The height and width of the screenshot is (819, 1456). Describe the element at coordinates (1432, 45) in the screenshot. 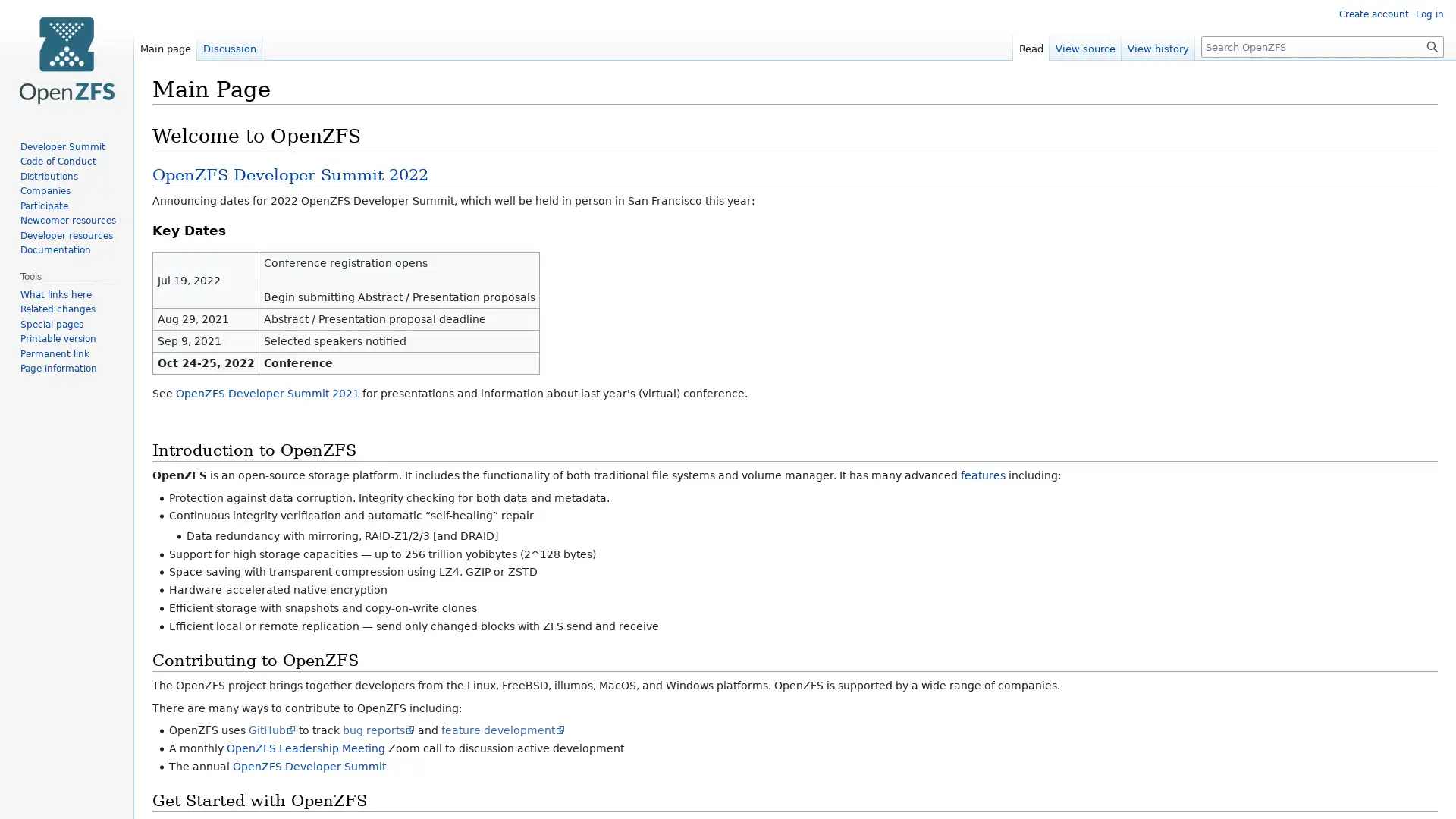

I see `Go` at that location.